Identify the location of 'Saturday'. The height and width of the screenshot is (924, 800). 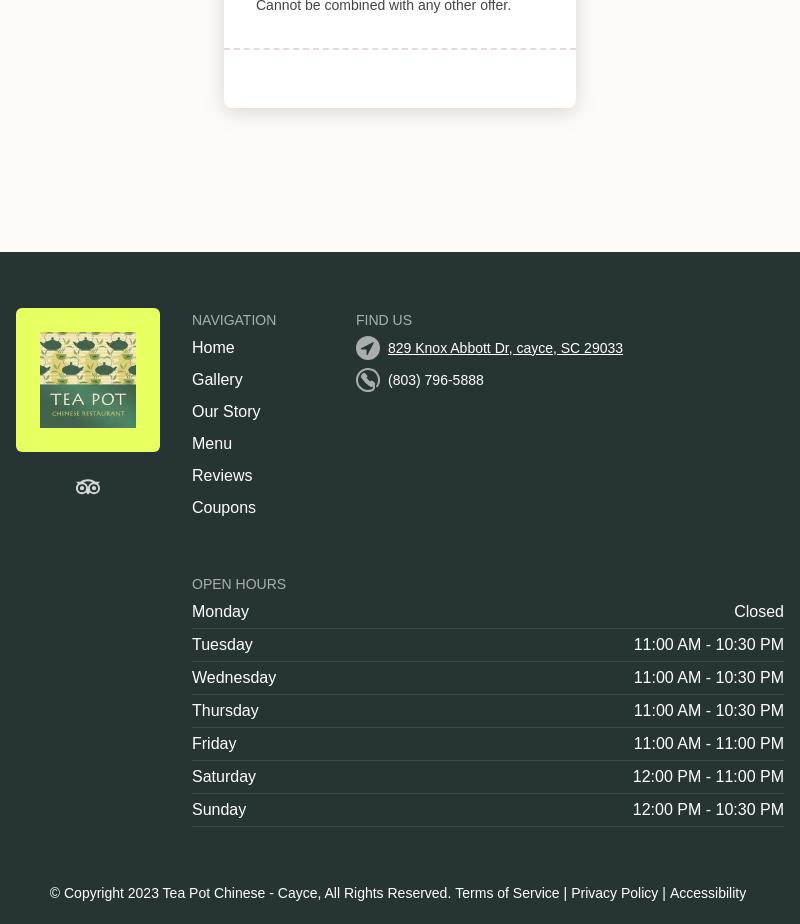
(224, 776).